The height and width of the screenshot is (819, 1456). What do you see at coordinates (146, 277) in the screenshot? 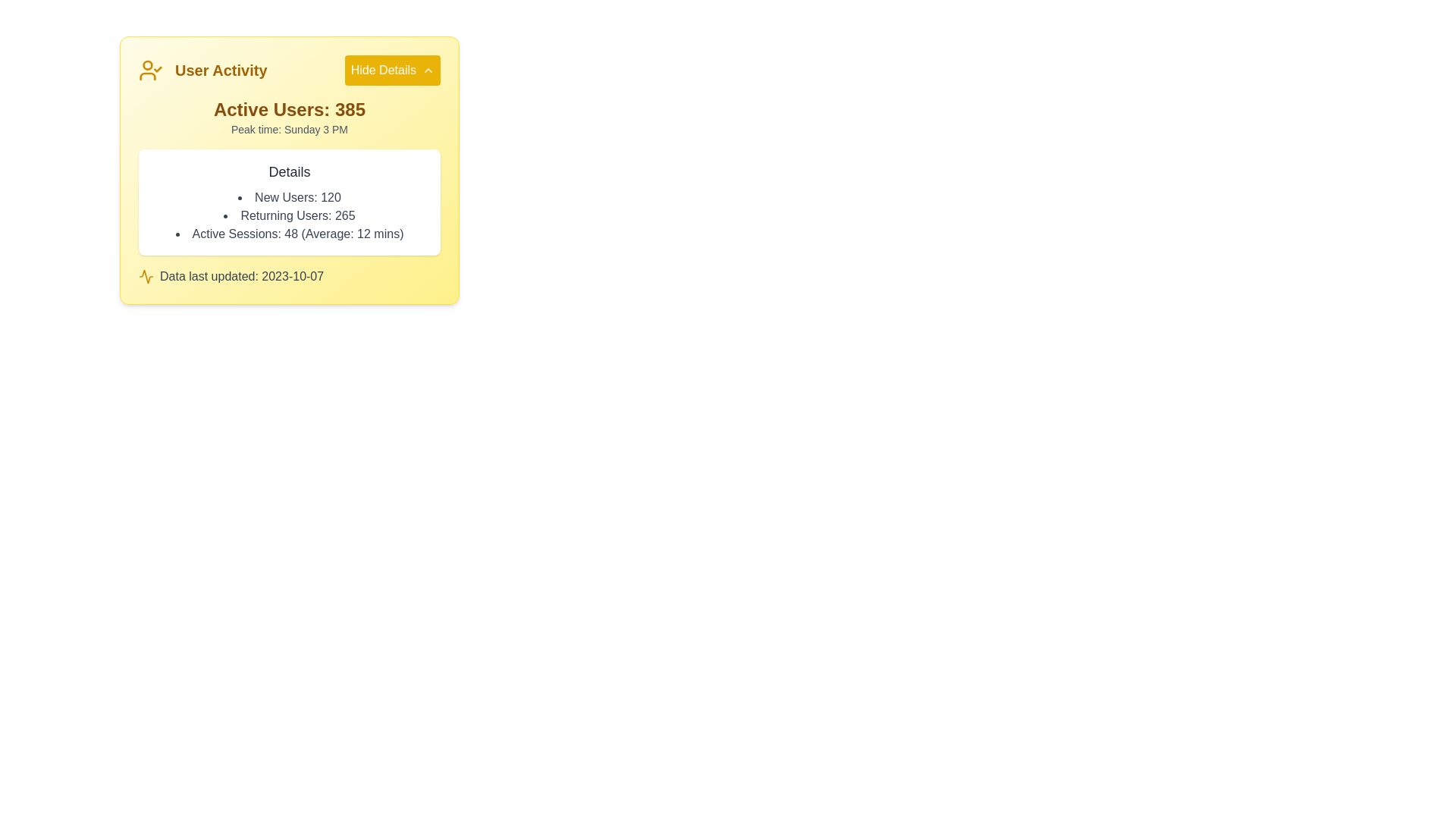
I see `the yellow graph-like activity icon, which is located to the left of the text 'Data last updated: 2023-10-07'` at bounding box center [146, 277].